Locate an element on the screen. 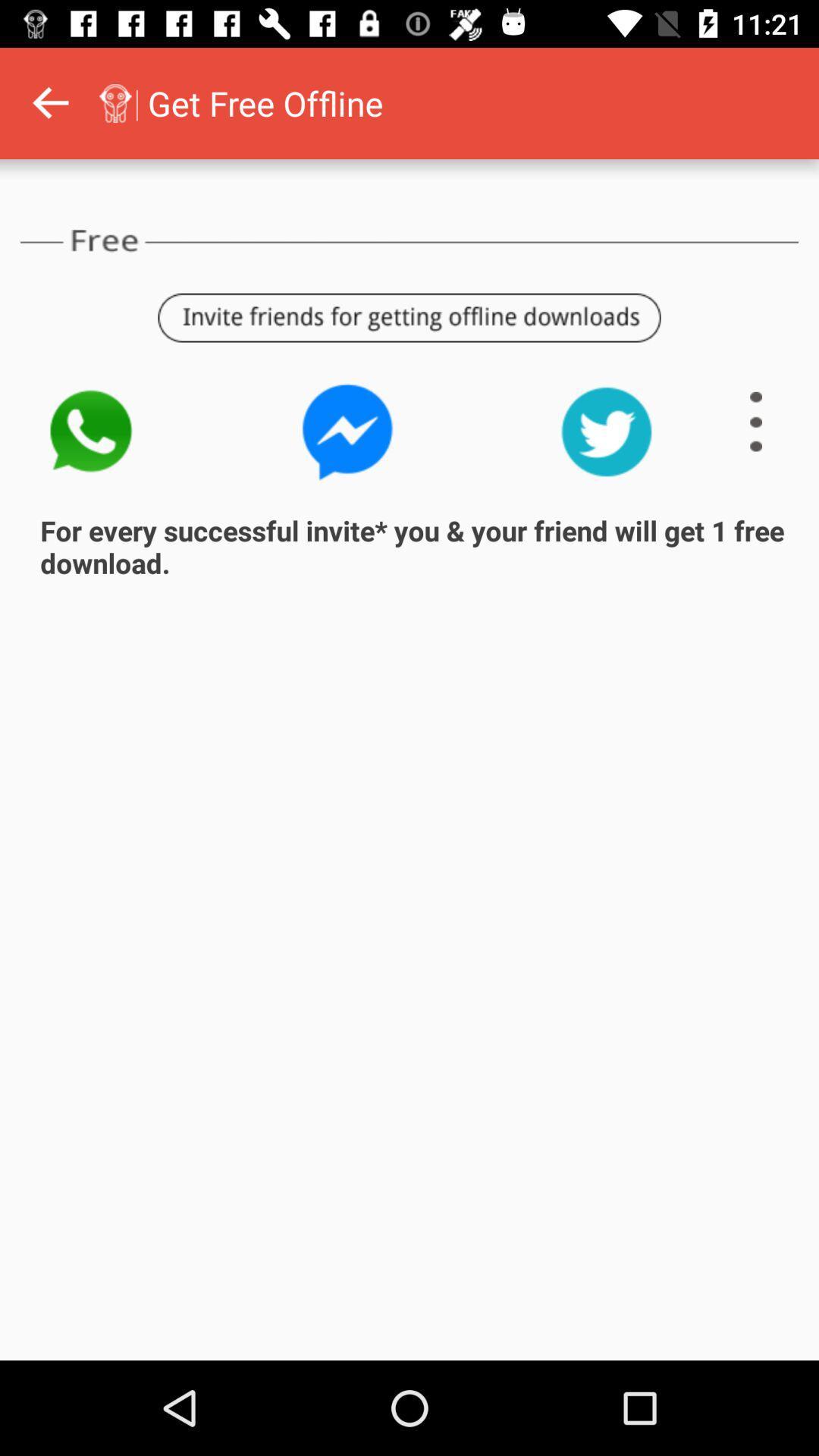 The width and height of the screenshot is (819, 1456). share to twitter is located at coordinates (606, 431).